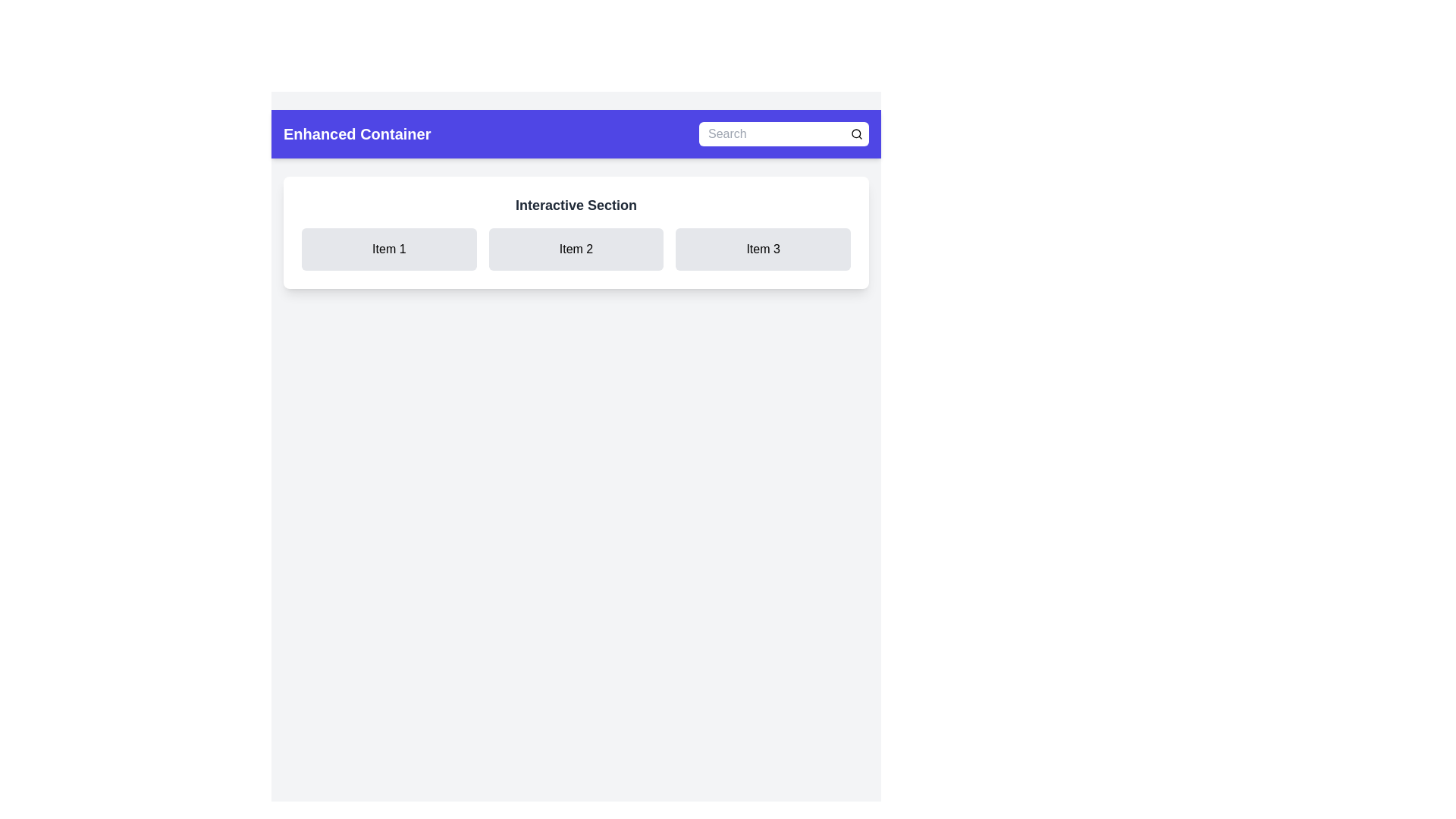 This screenshot has height=819, width=1456. Describe the element at coordinates (575, 233) in the screenshot. I see `the items in the 'Interactive Section' which contains 'Item 1', 'Item 2', and 'Item 3', styled within light gray boxes` at that location.